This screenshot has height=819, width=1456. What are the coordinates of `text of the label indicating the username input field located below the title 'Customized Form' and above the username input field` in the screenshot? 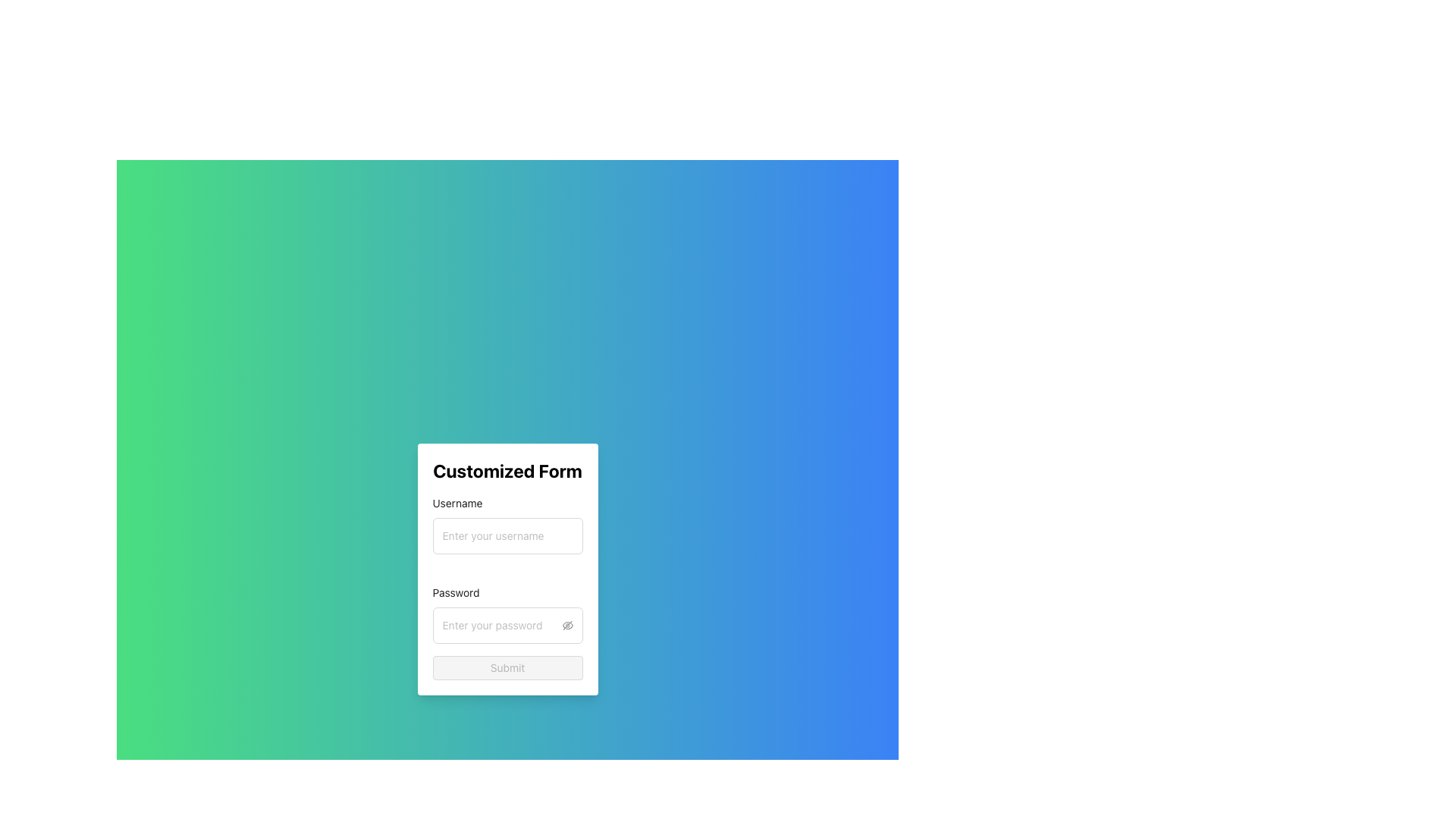 It's located at (462, 503).